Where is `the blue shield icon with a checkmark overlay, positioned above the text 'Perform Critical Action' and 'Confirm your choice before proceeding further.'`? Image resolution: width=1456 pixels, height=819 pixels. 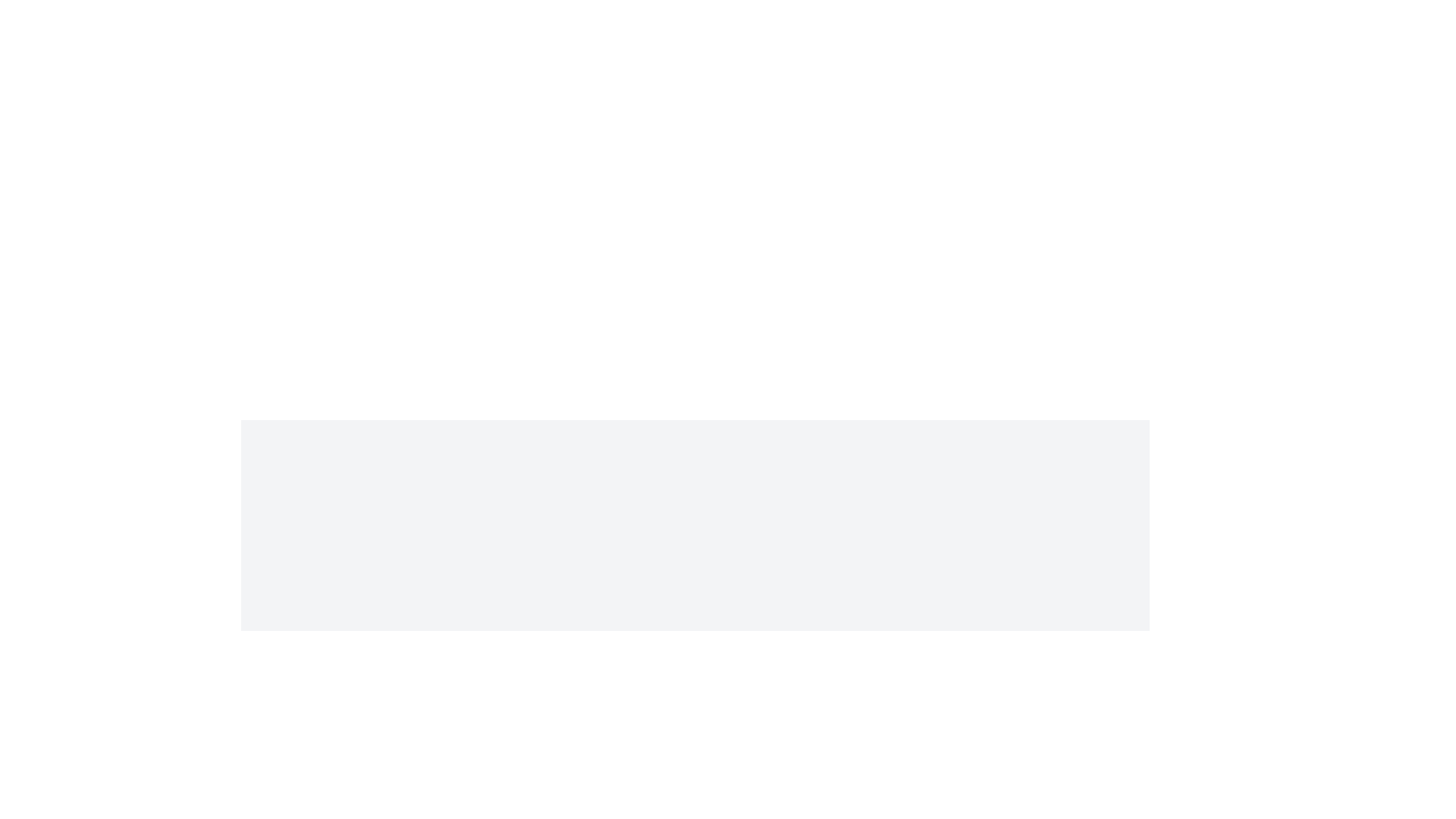
the blue shield icon with a checkmark overlay, positioned above the text 'Perform Critical Action' and 'Confirm your choice before proceeding further.' is located at coordinates (694, 785).